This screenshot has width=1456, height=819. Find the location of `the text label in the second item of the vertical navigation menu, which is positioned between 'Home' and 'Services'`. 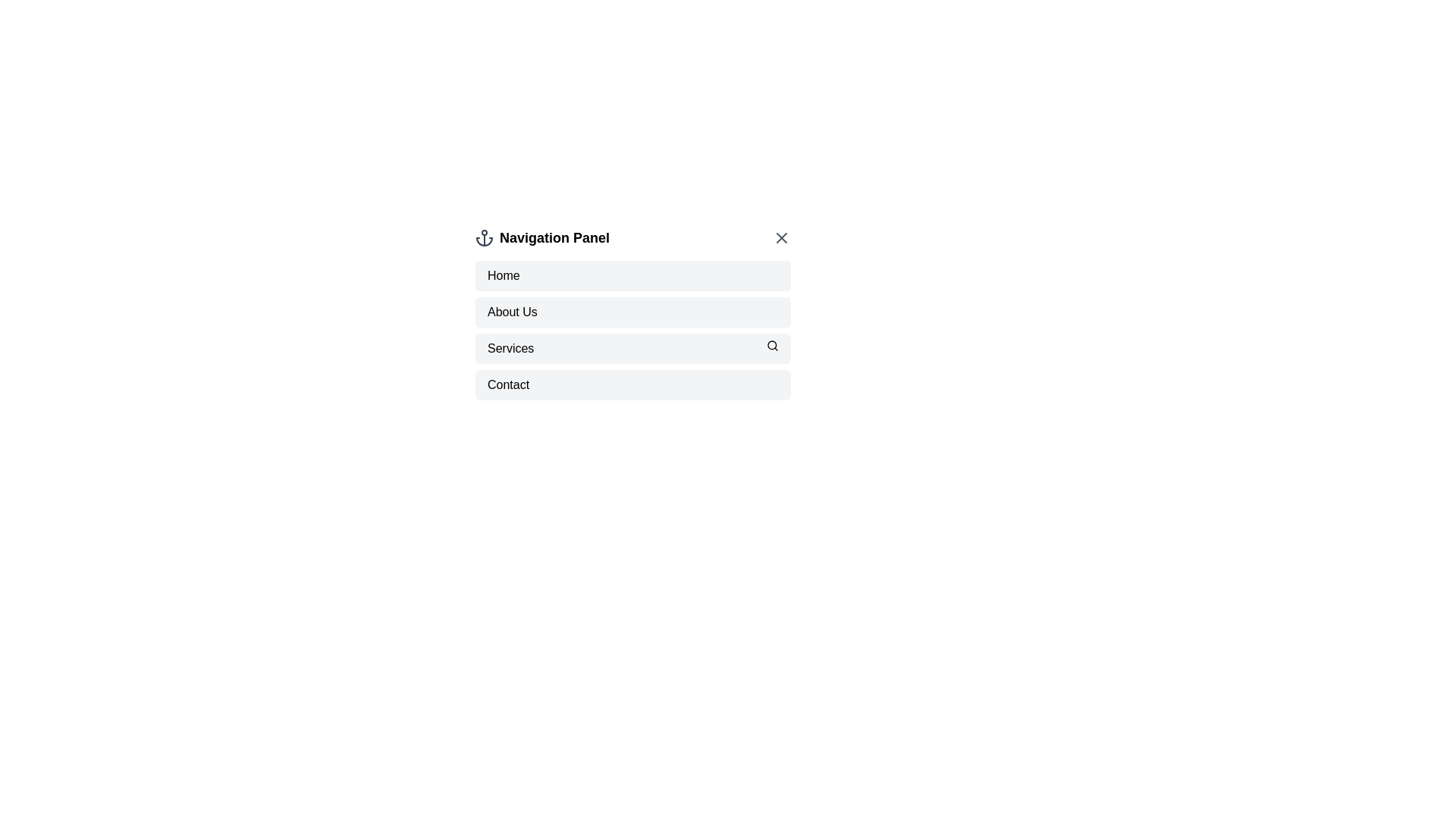

the text label in the second item of the vertical navigation menu, which is positioned between 'Home' and 'Services' is located at coordinates (512, 312).